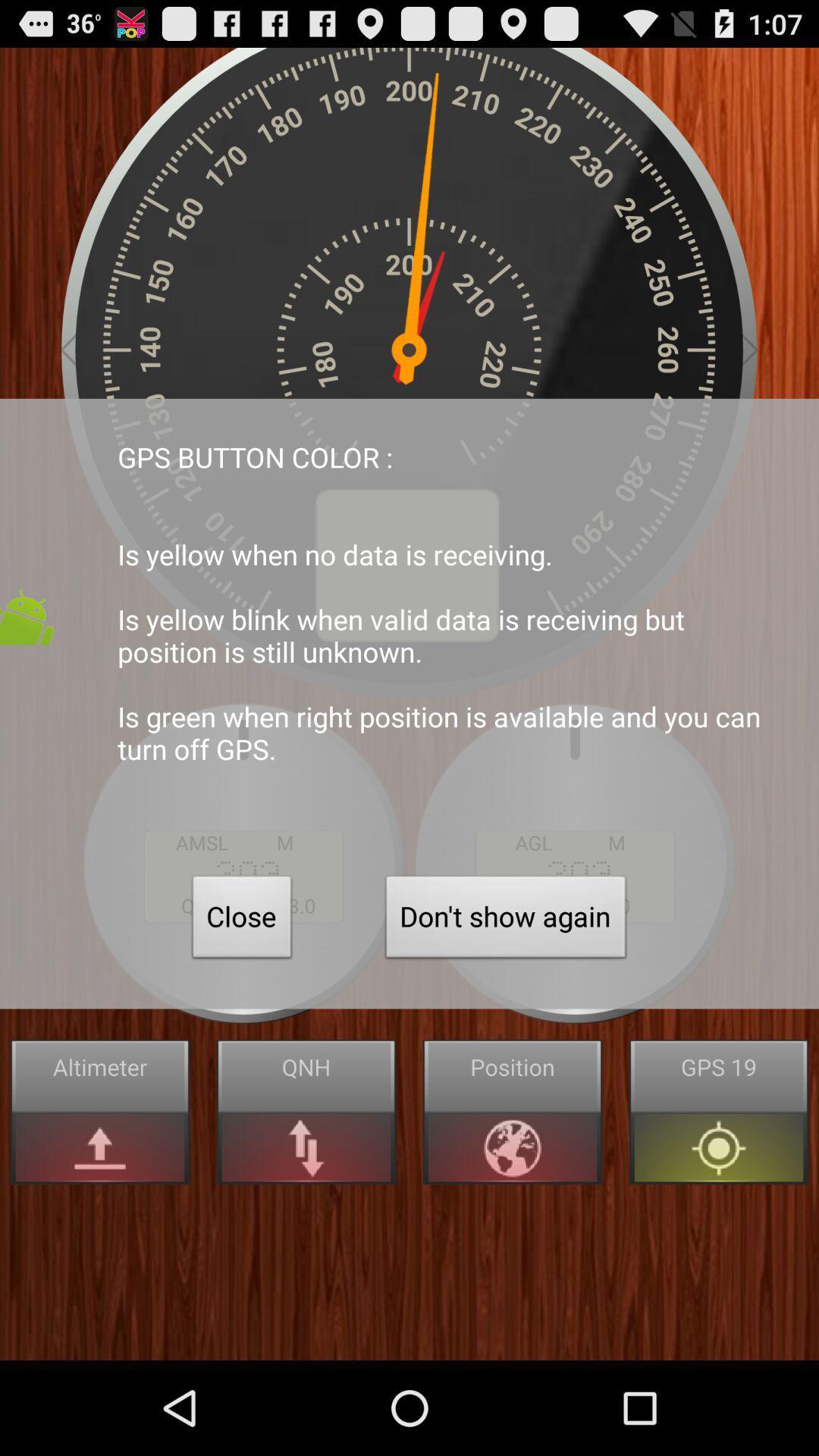 This screenshot has width=819, height=1456. I want to click on the don t show button, so click(506, 920).